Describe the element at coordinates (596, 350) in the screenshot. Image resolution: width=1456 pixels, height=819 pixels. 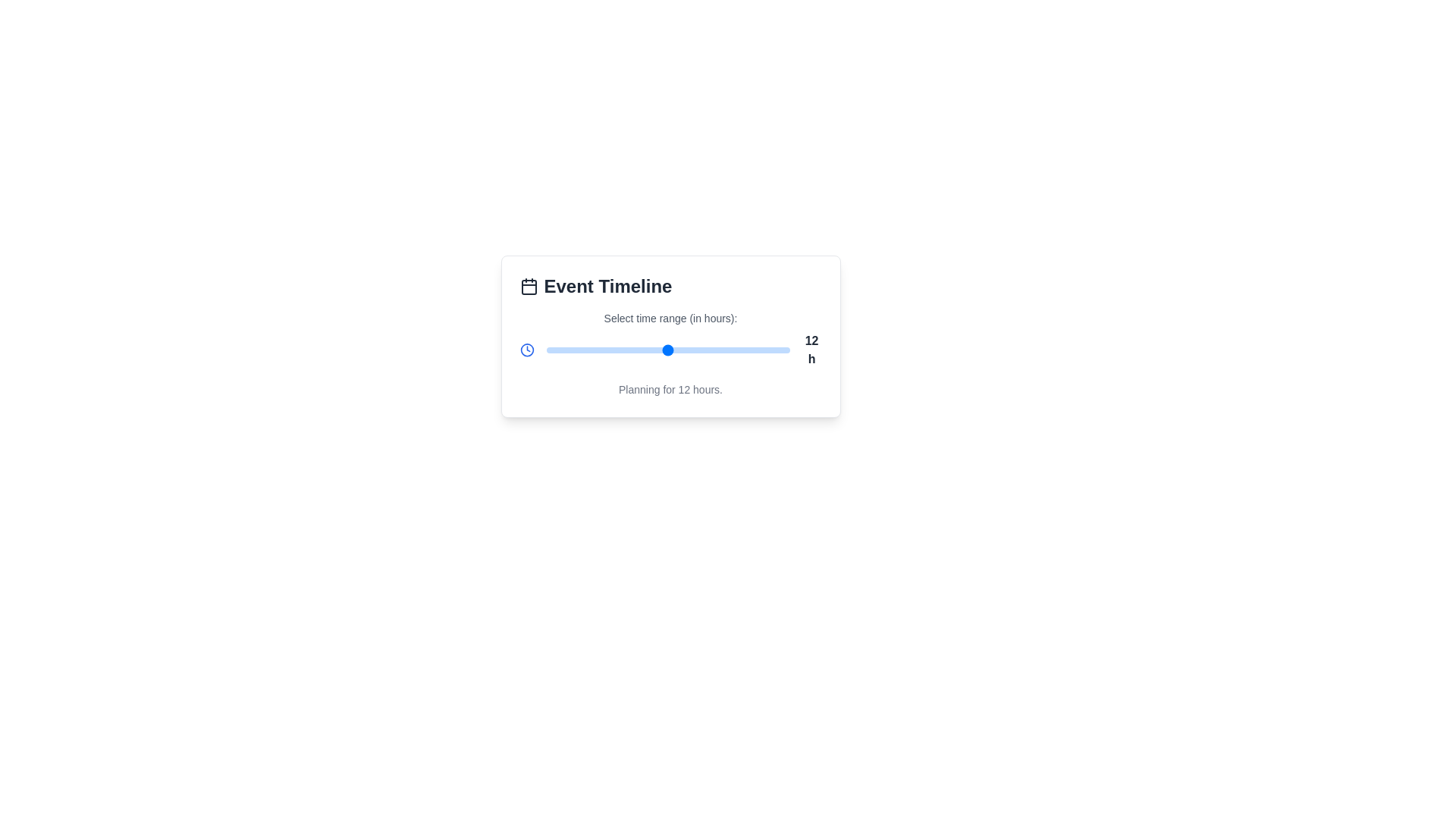
I see `the timeline duration` at that location.